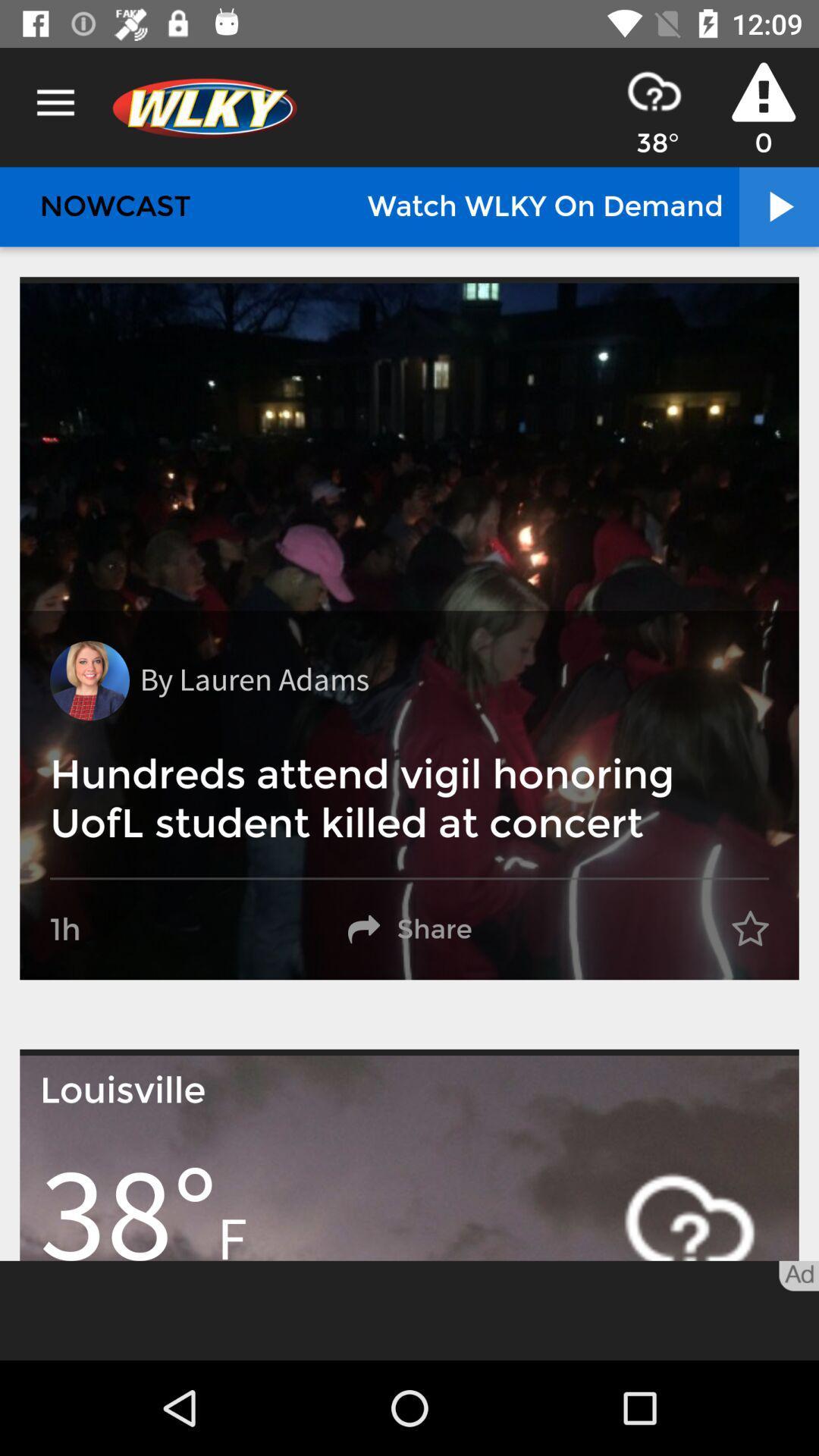 This screenshot has height=1456, width=819. Describe the element at coordinates (253, 679) in the screenshot. I see `the by lauren adams item` at that location.